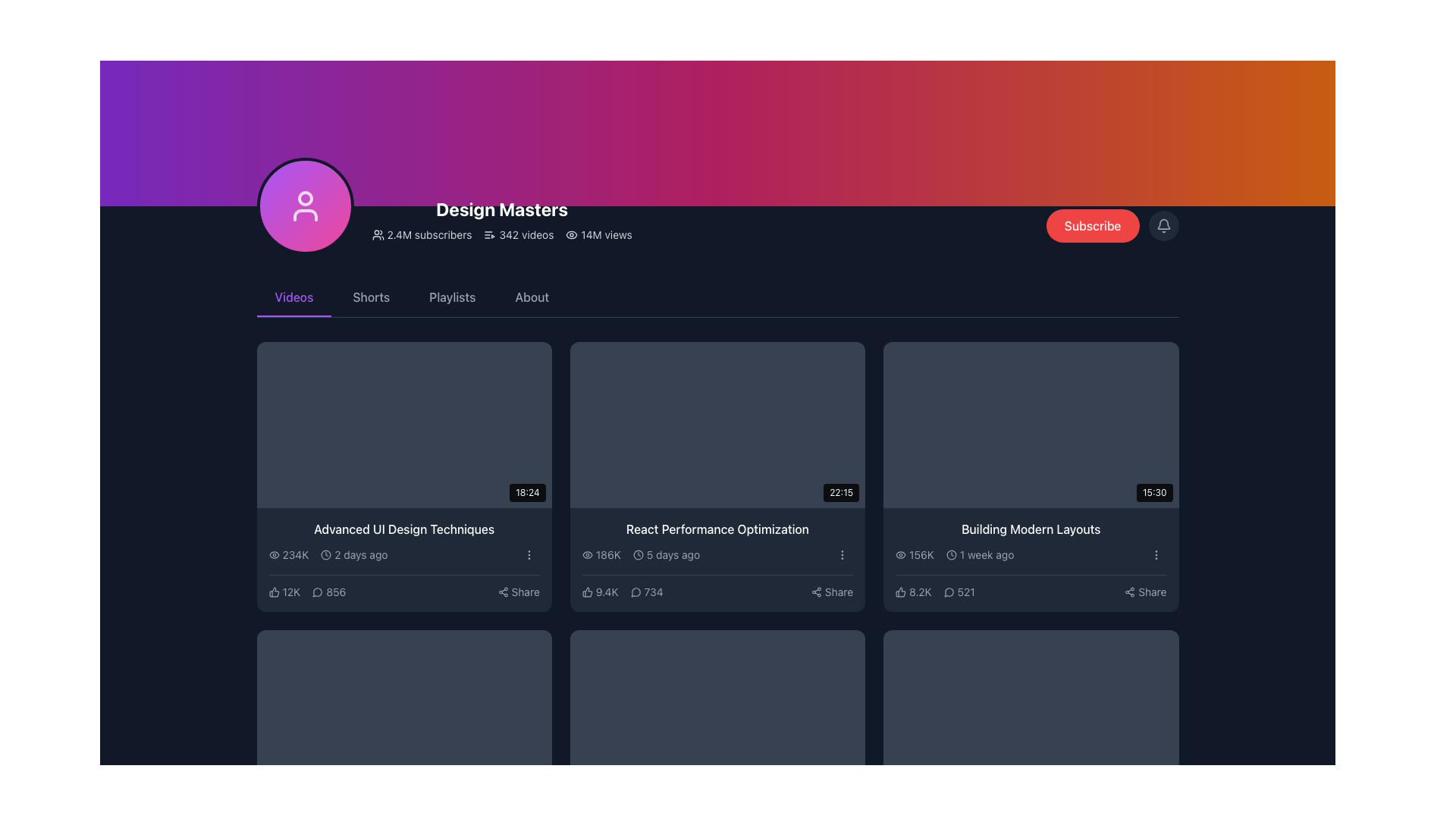 This screenshot has width=1456, height=819. I want to click on the 'About' navigation link to observe the color transition effect as it changes from gray to white, so click(532, 298).